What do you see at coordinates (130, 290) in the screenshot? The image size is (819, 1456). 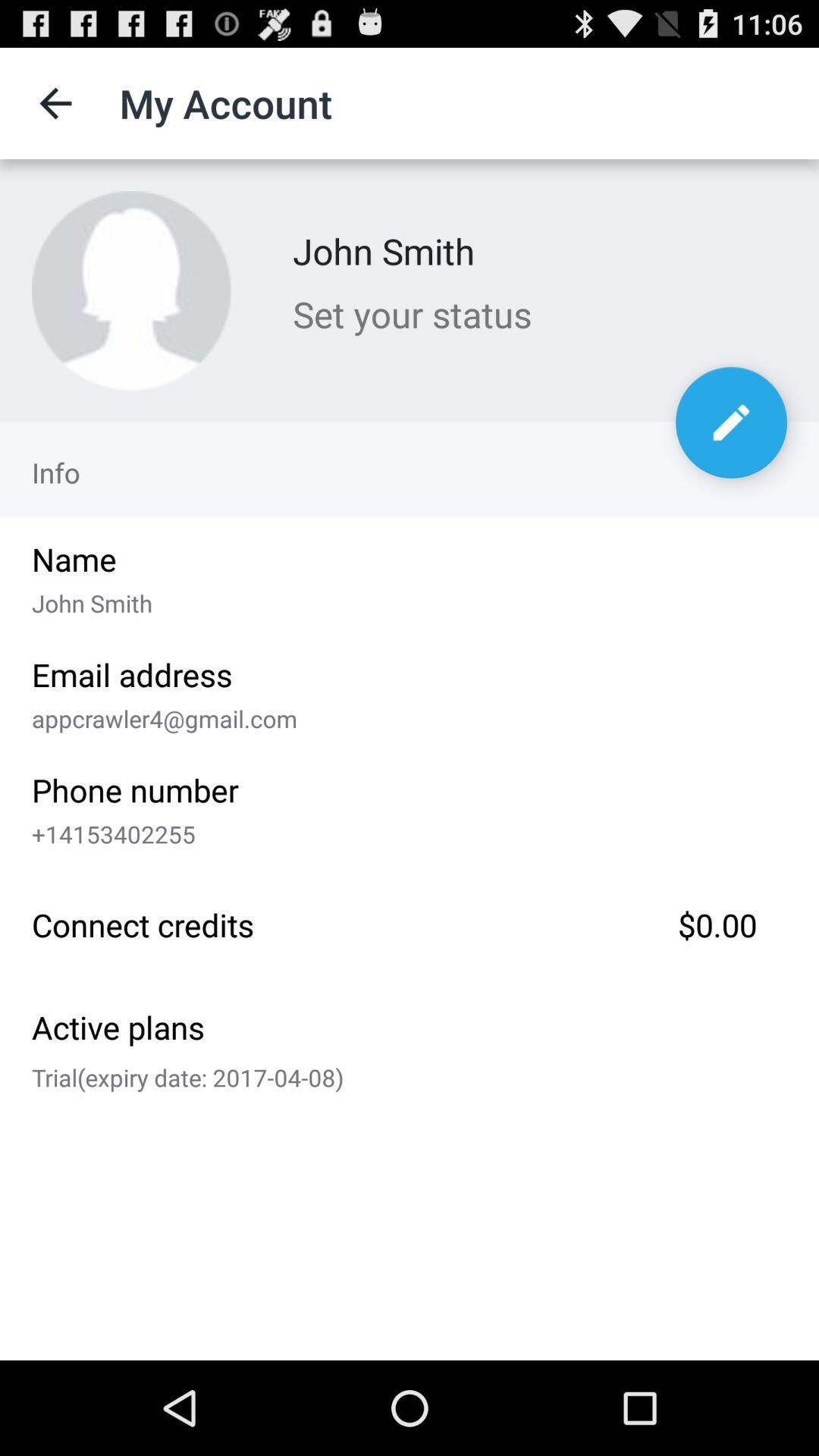 I see `set your photo` at bounding box center [130, 290].